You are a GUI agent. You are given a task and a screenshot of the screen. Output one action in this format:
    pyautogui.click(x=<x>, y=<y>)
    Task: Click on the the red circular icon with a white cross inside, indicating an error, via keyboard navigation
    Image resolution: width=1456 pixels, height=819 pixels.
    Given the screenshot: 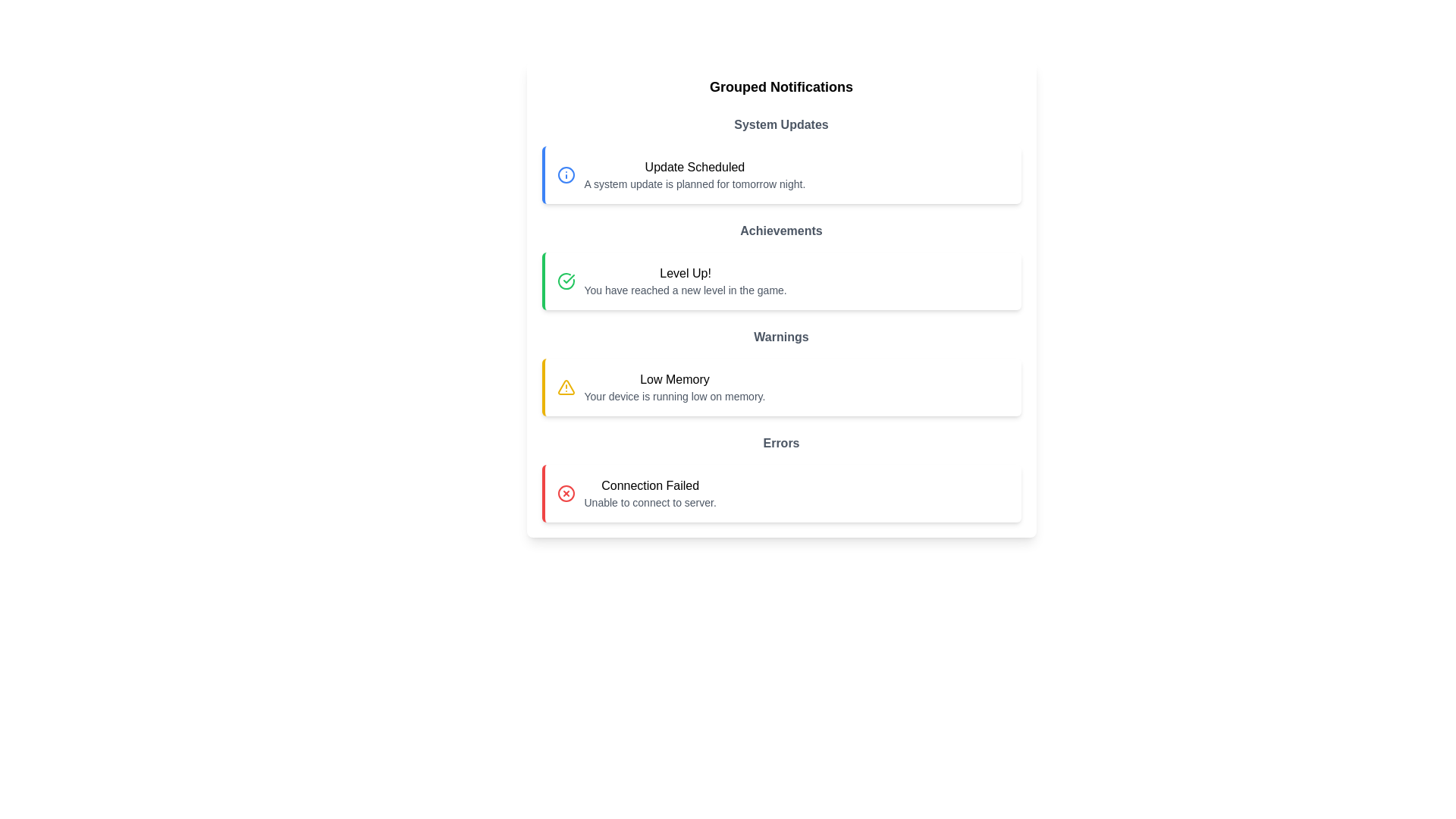 What is the action you would take?
    pyautogui.click(x=565, y=494)
    